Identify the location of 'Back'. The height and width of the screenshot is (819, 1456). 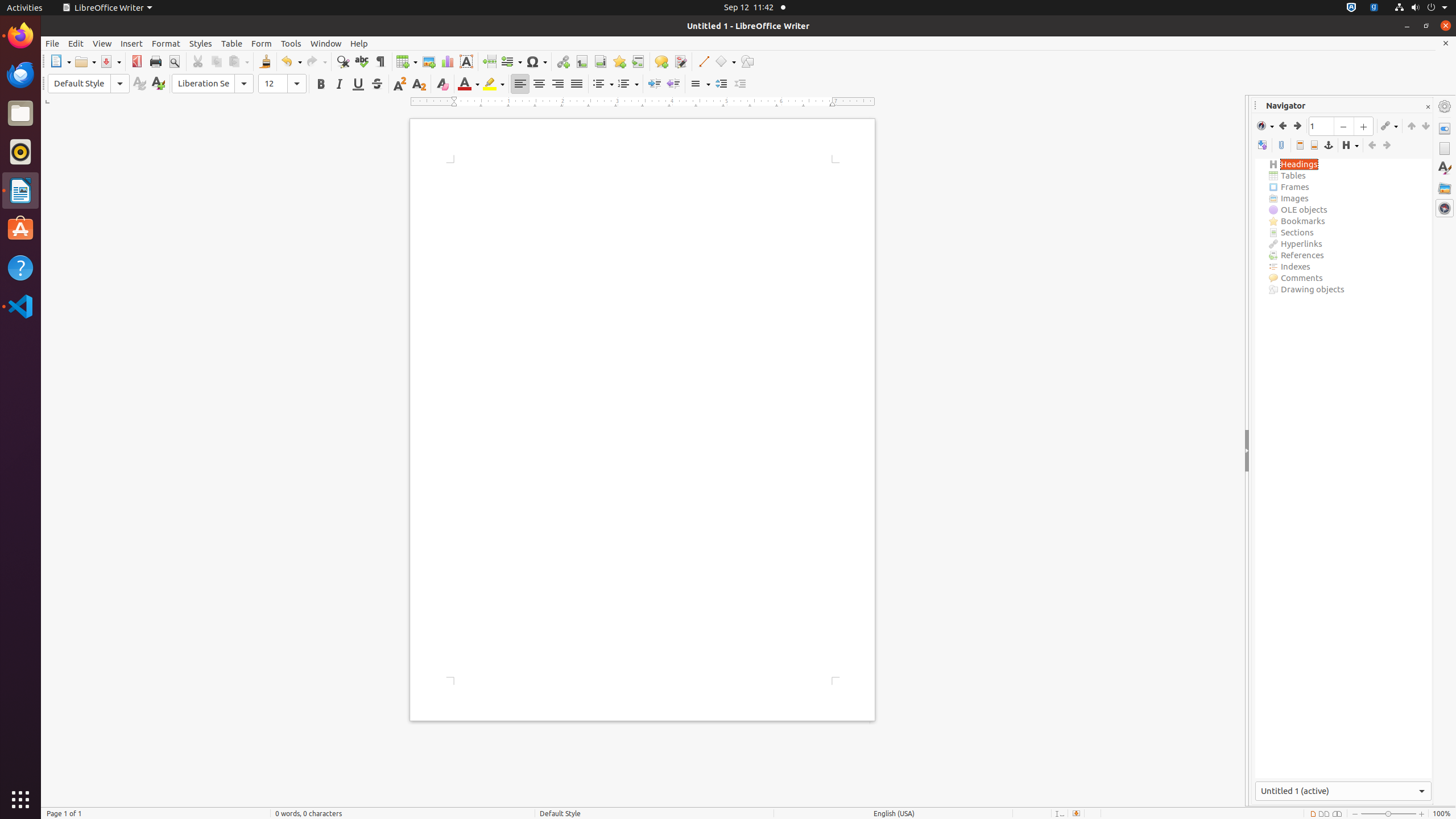
(1282, 126).